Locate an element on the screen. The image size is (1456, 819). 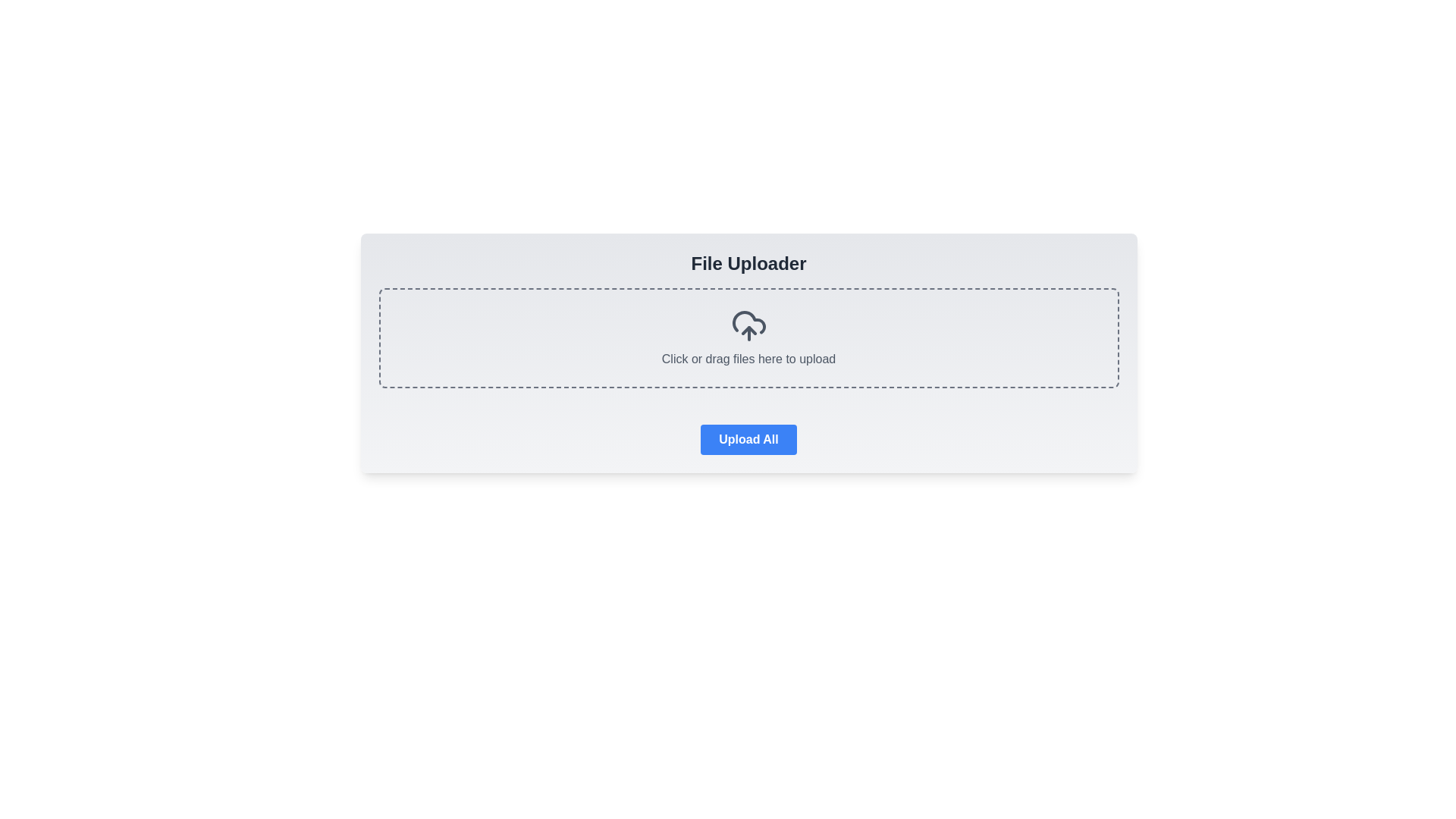
the upward-pointing triangular arrow icon, which serves as a visual indicator for file upload actions is located at coordinates (748, 329).